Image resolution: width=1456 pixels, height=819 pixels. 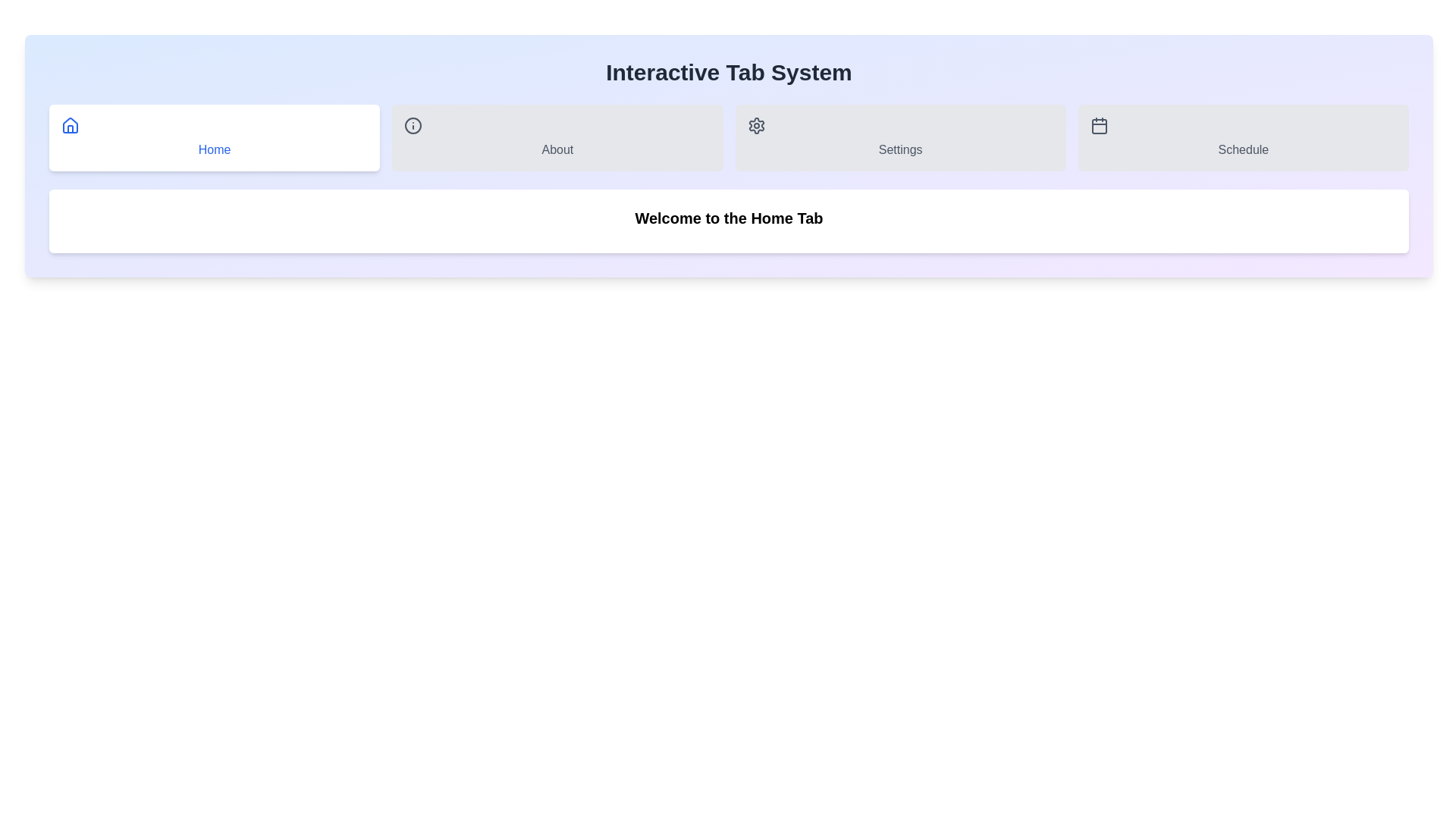 I want to click on the About tab by clicking on its label or icon, so click(x=557, y=137).